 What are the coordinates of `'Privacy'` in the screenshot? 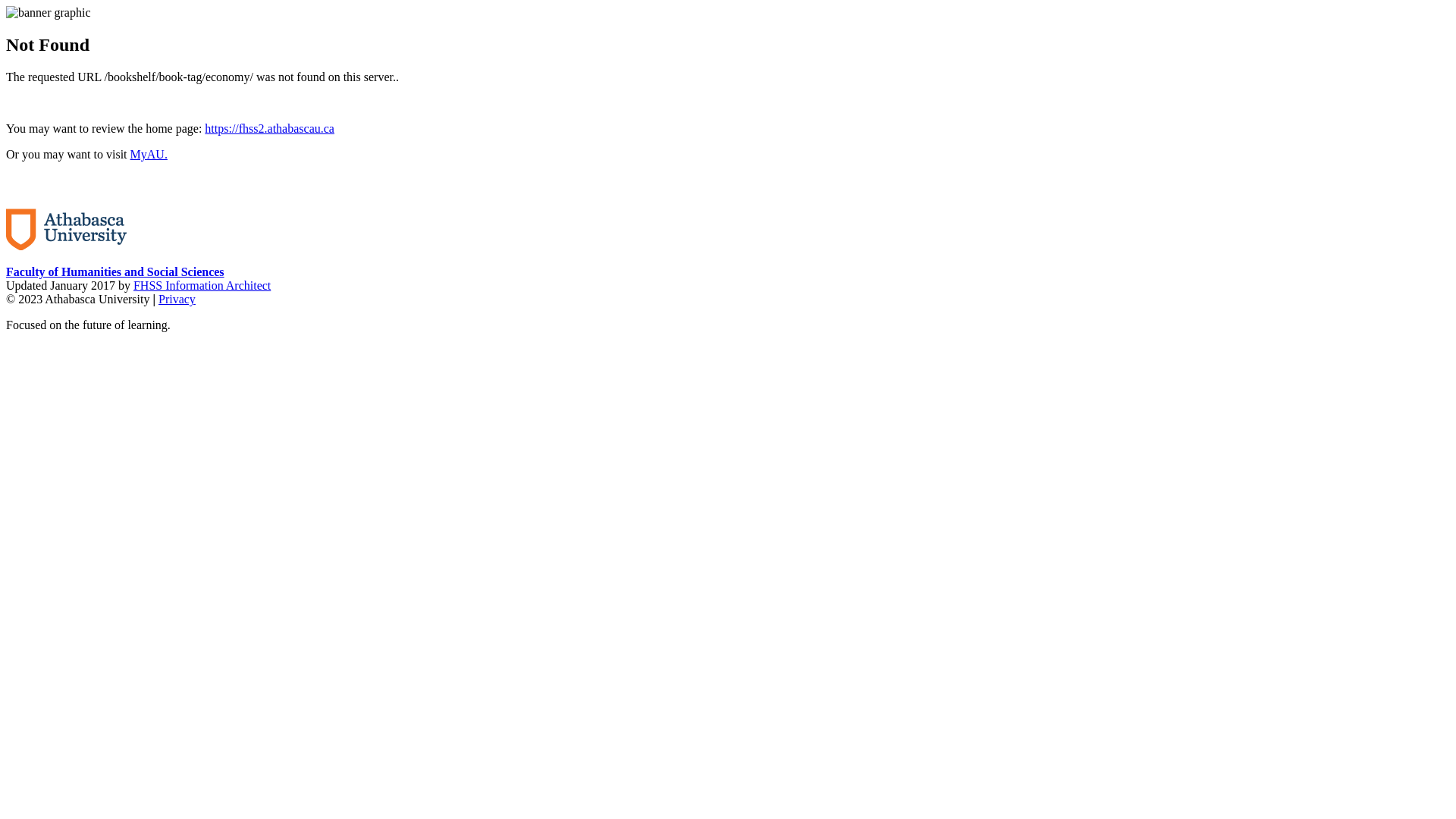 It's located at (177, 299).